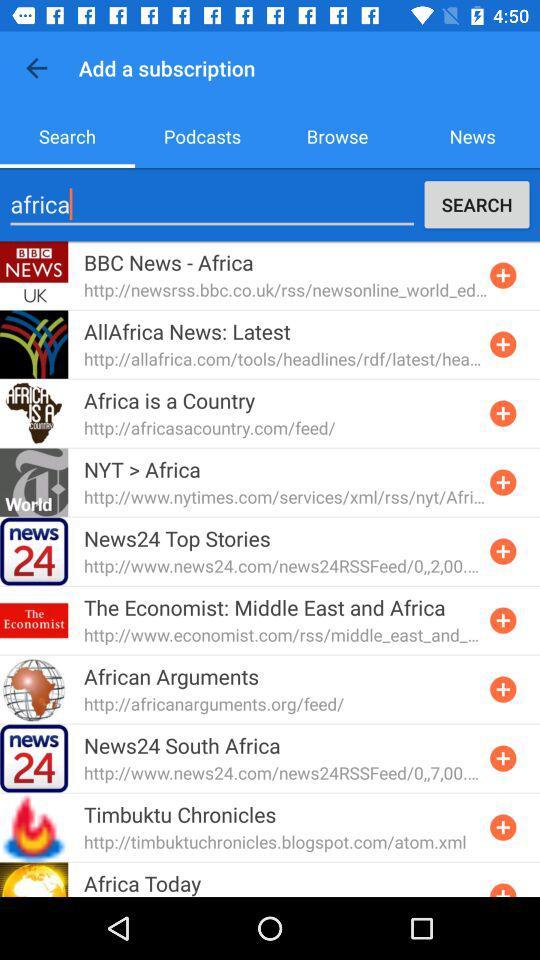 This screenshot has width=540, height=960. What do you see at coordinates (502, 481) in the screenshot?
I see `subscribe` at bounding box center [502, 481].